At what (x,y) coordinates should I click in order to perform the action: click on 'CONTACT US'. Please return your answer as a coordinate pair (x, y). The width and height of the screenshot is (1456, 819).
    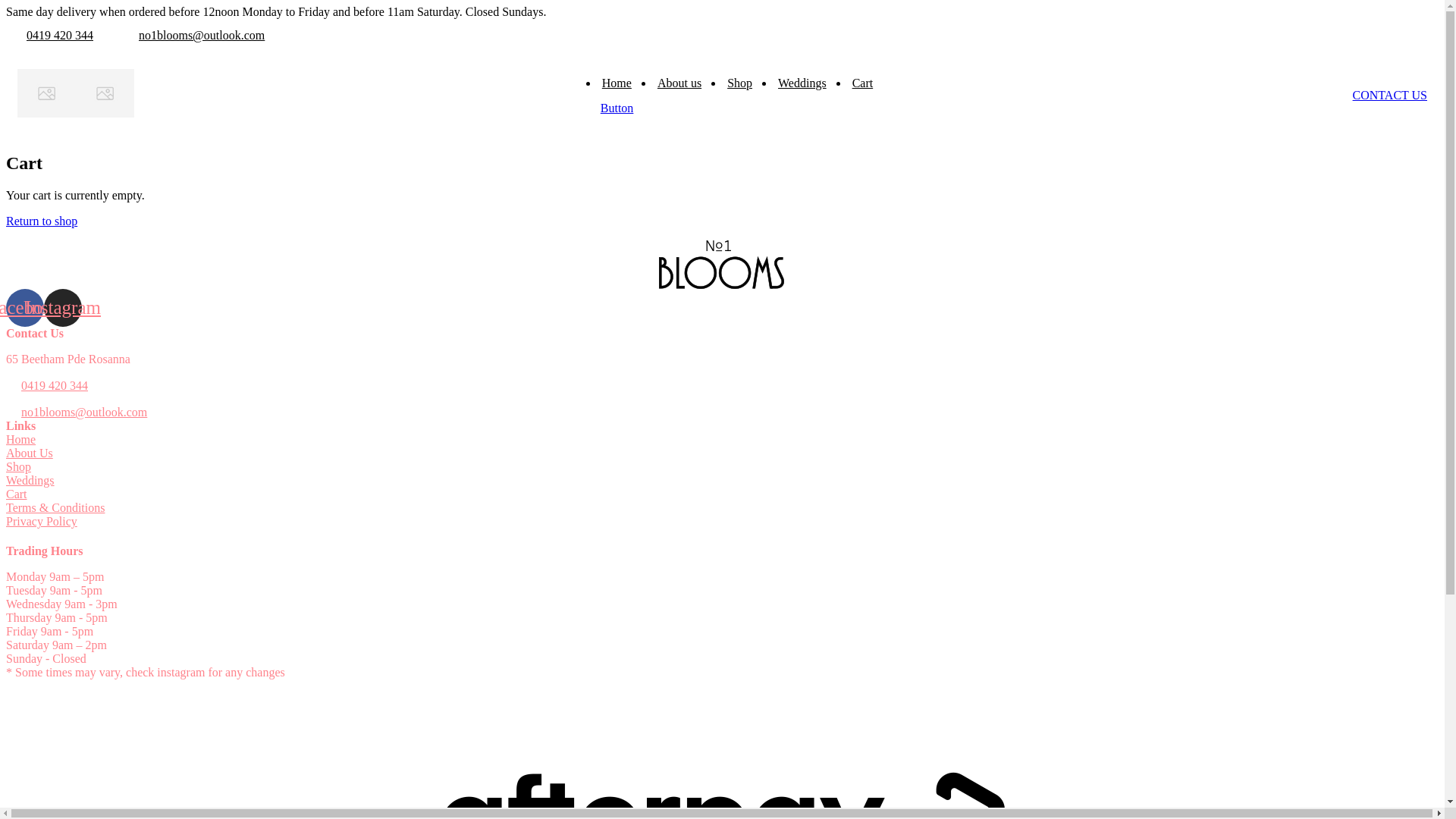
    Looking at the image, I should click on (1390, 95).